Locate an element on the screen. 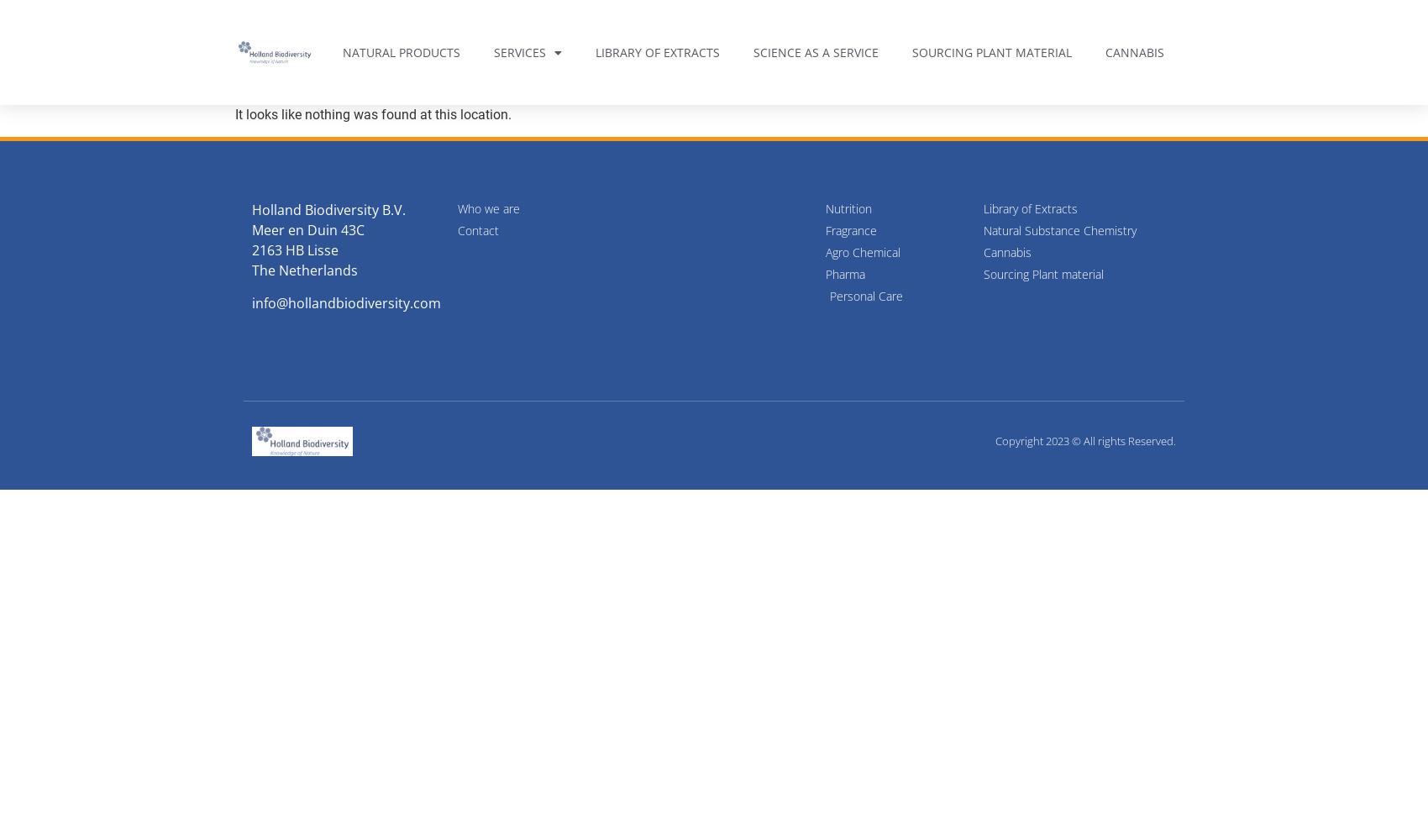 The width and height of the screenshot is (1428, 840). 'It looks like nothing was found at this location.' is located at coordinates (373, 114).